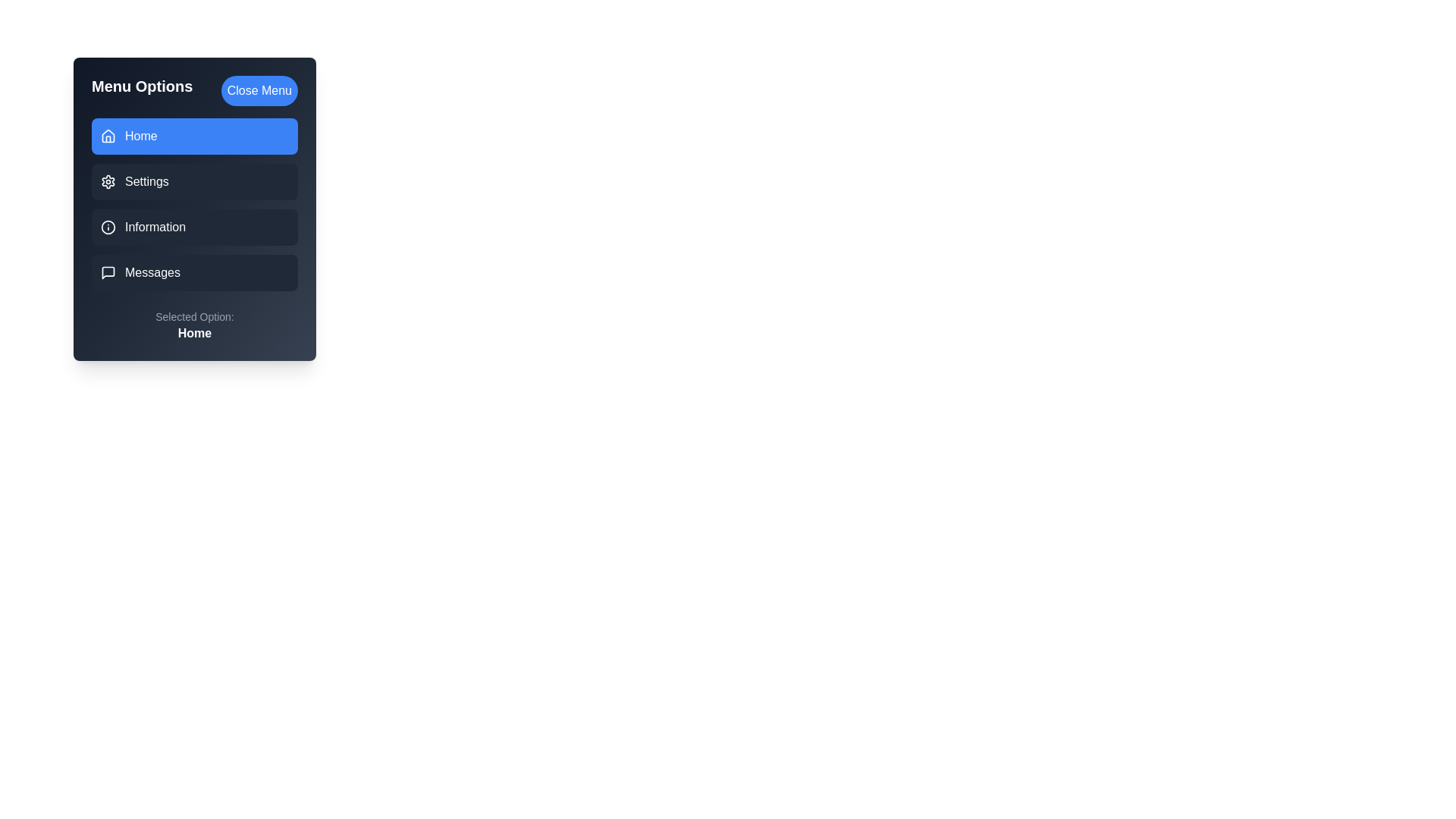 This screenshot has width=1456, height=819. Describe the element at coordinates (193, 325) in the screenshot. I see `text displayed on the label showing 'Selected Option: Home', which is located at the bottom of the menu panel below the 'Messages' option` at that location.